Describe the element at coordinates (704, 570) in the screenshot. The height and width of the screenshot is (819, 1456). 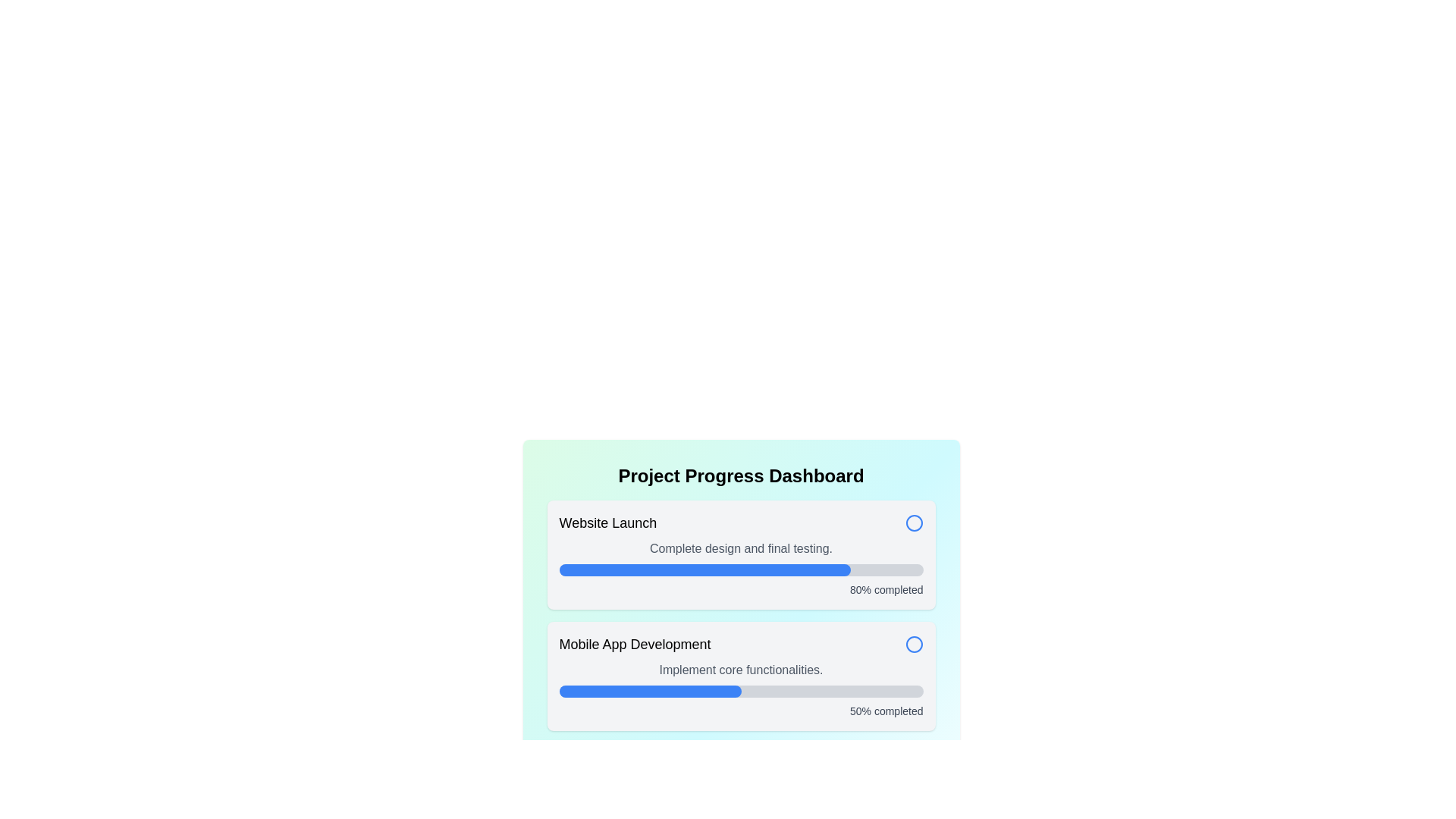
I see `the blue progress bar segment that visually indicates 80% completion of the task, located under the 'Complete design and final testing.' label` at that location.